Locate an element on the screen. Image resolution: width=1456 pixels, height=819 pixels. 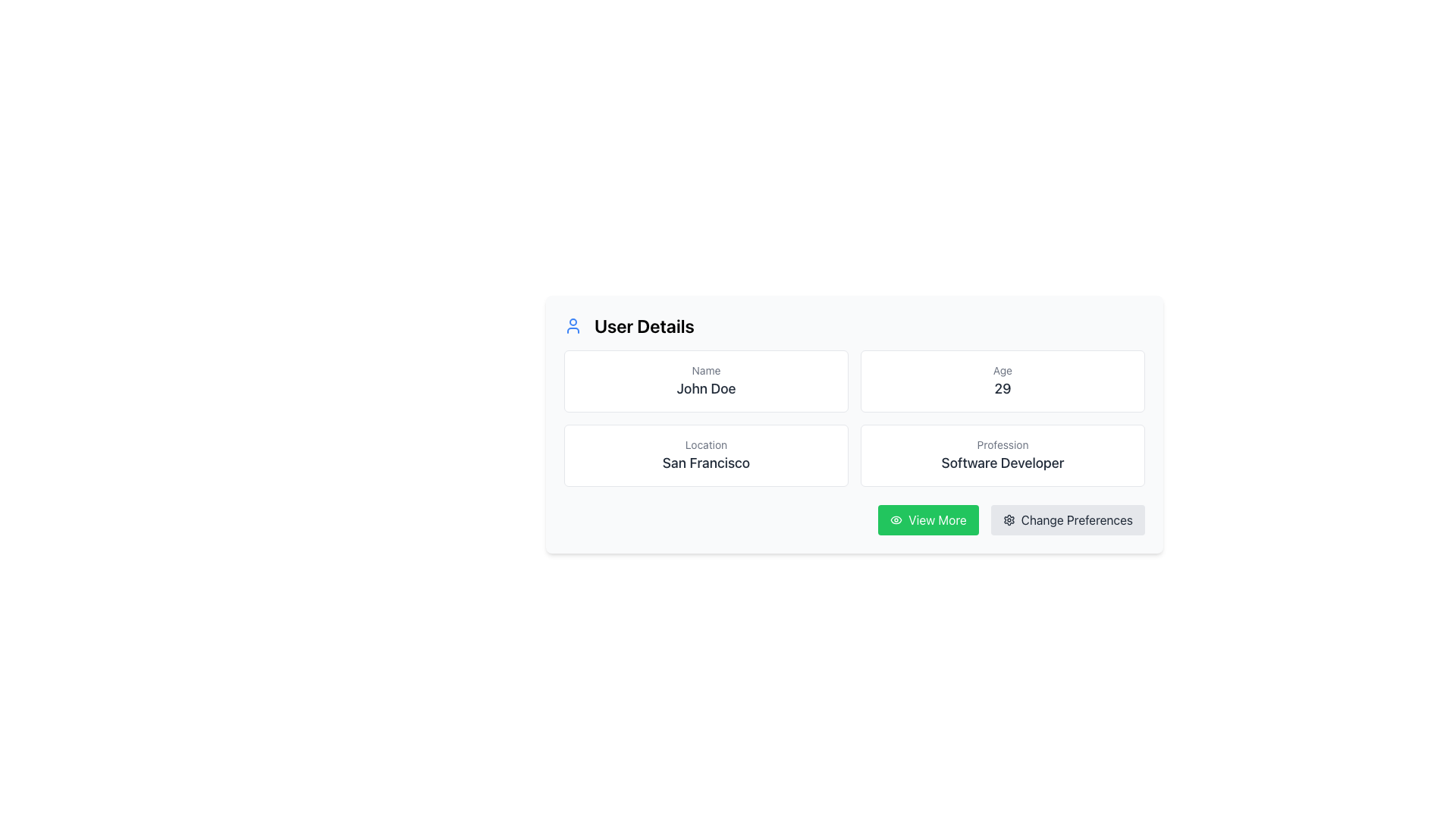
the leftmost icon within the 'View More' button is located at coordinates (896, 519).